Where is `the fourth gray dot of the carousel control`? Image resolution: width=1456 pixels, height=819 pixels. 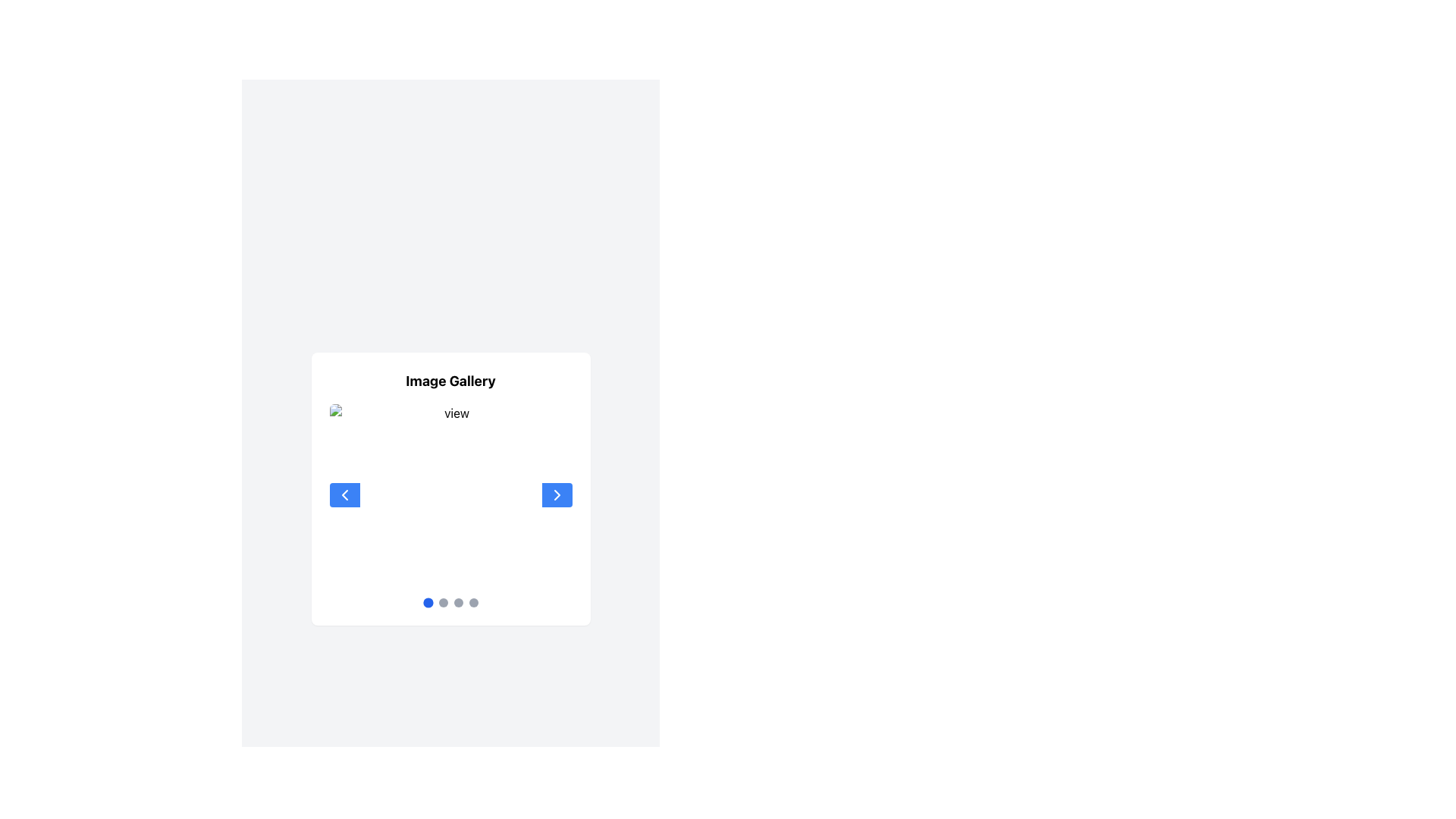 the fourth gray dot of the carousel control is located at coordinates (472, 601).